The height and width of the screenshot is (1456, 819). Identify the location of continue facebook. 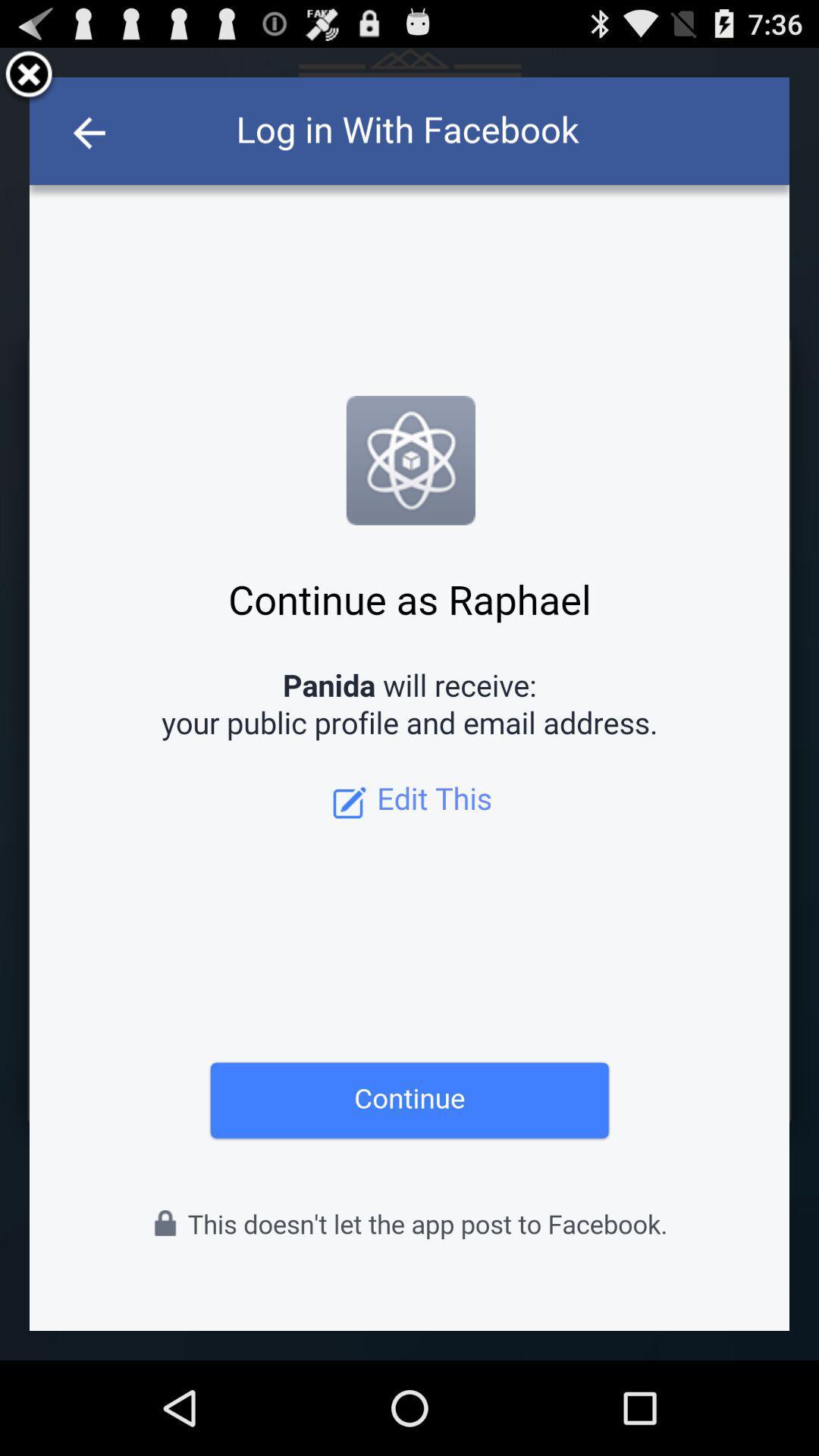
(409, 703).